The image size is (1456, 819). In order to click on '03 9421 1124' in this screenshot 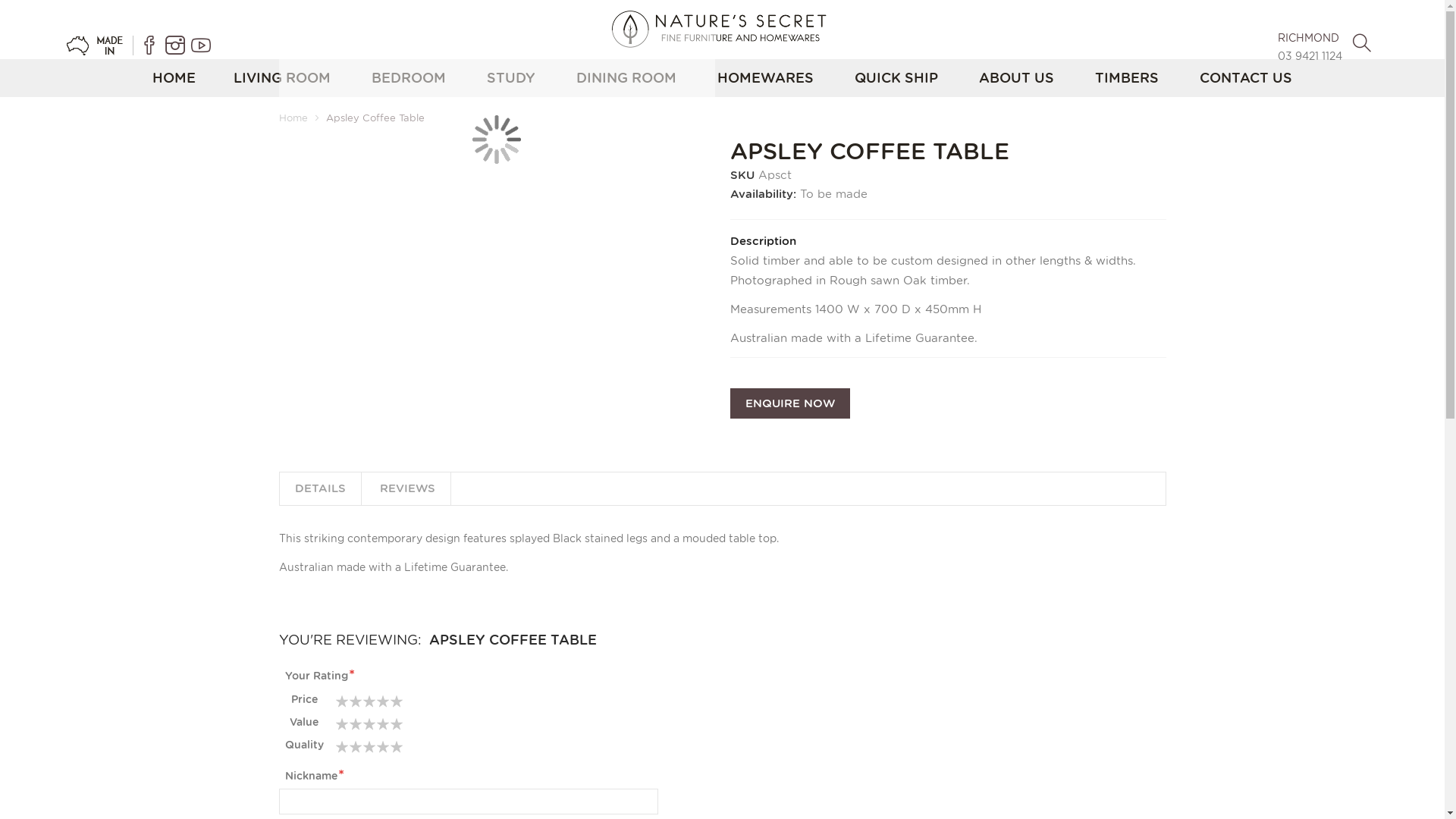, I will do `click(1276, 55)`.